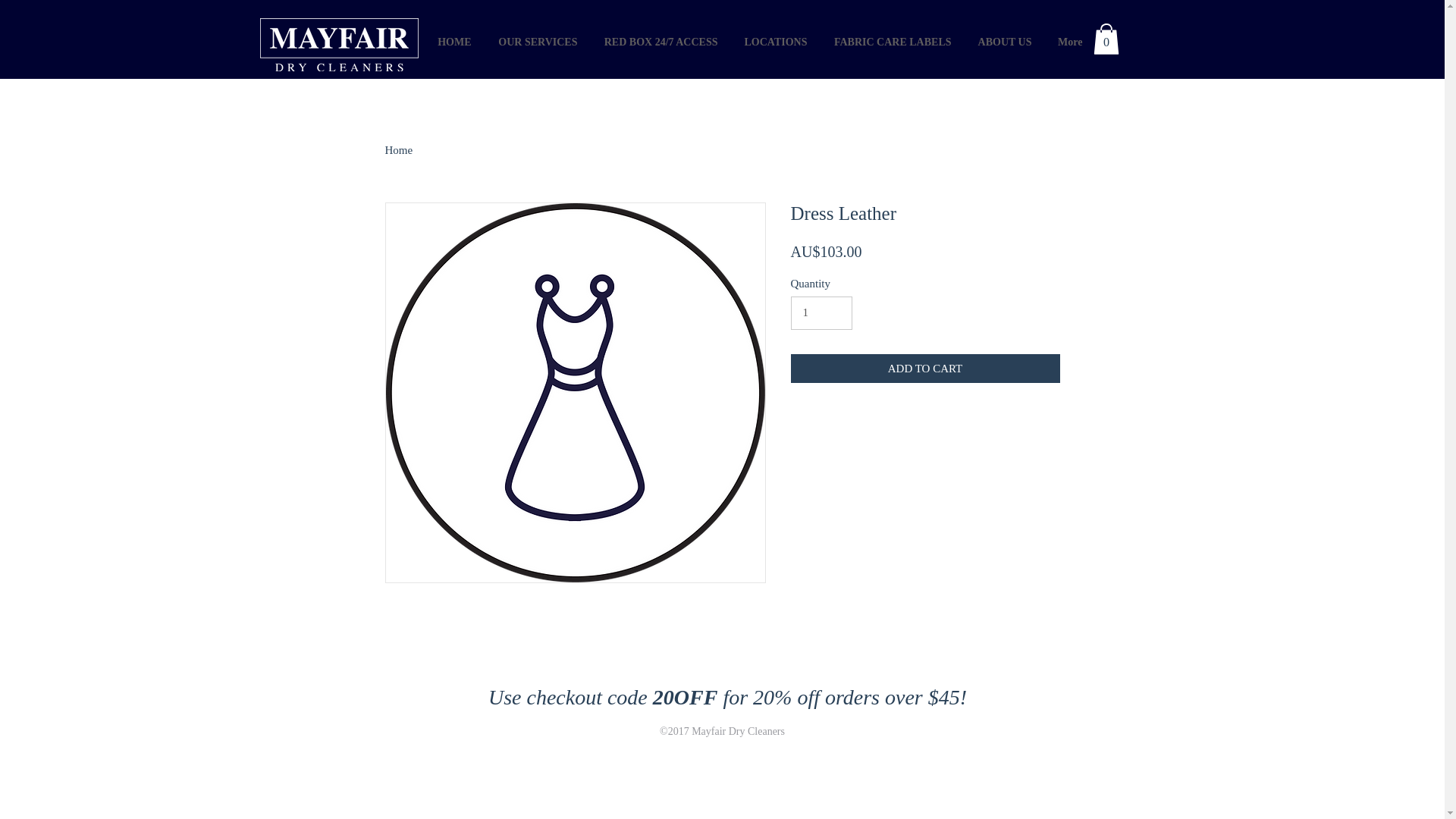  Describe the element at coordinates (962, 41) in the screenshot. I see `'ABOUT US'` at that location.